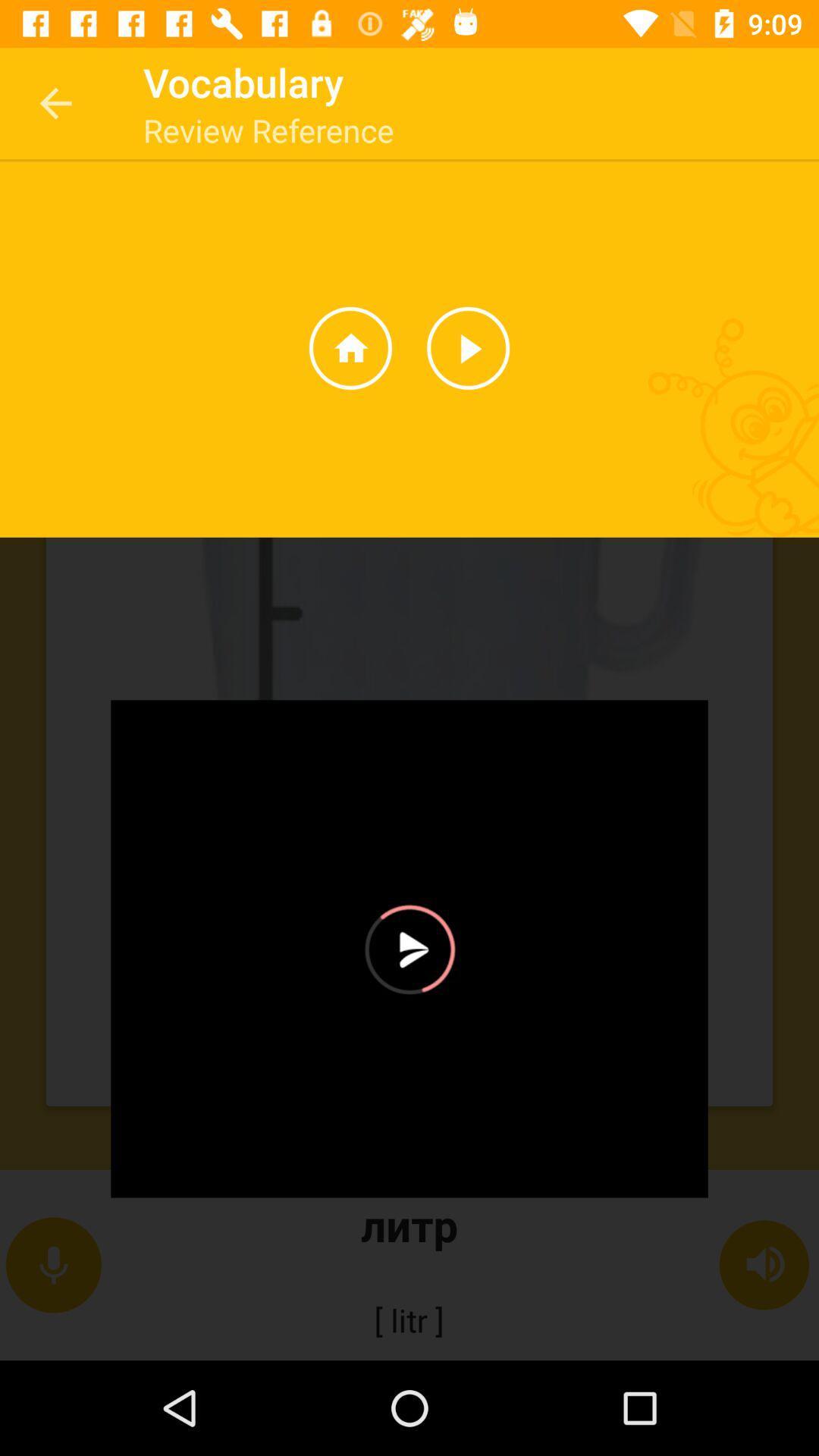  I want to click on the play icon, so click(467, 347).